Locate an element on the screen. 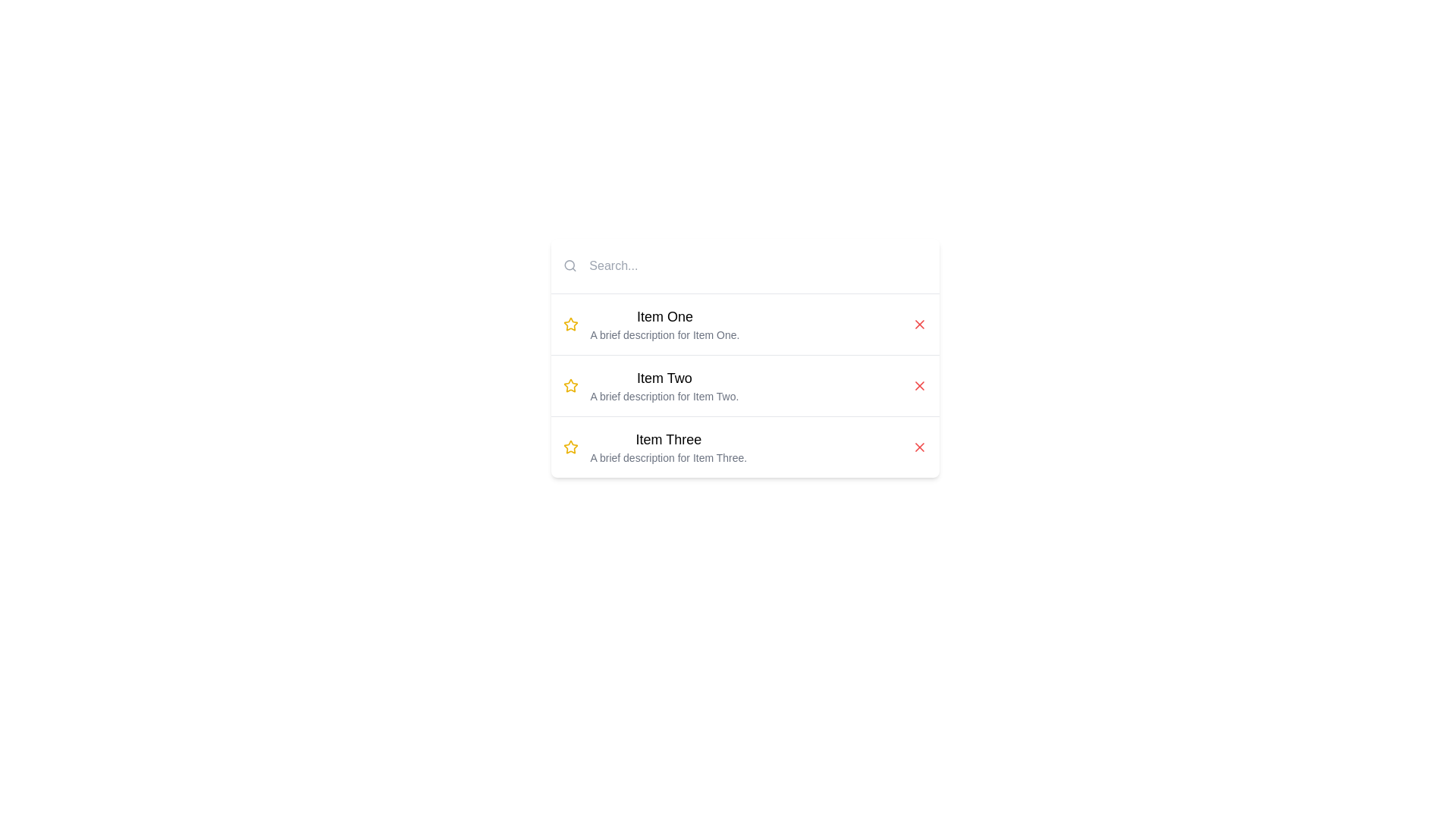 The width and height of the screenshot is (1456, 819). information provided by the text snippet 'A brief description for Item Two.' which is styled in a small gray font and located below the title 'Item Two' is located at coordinates (664, 396).